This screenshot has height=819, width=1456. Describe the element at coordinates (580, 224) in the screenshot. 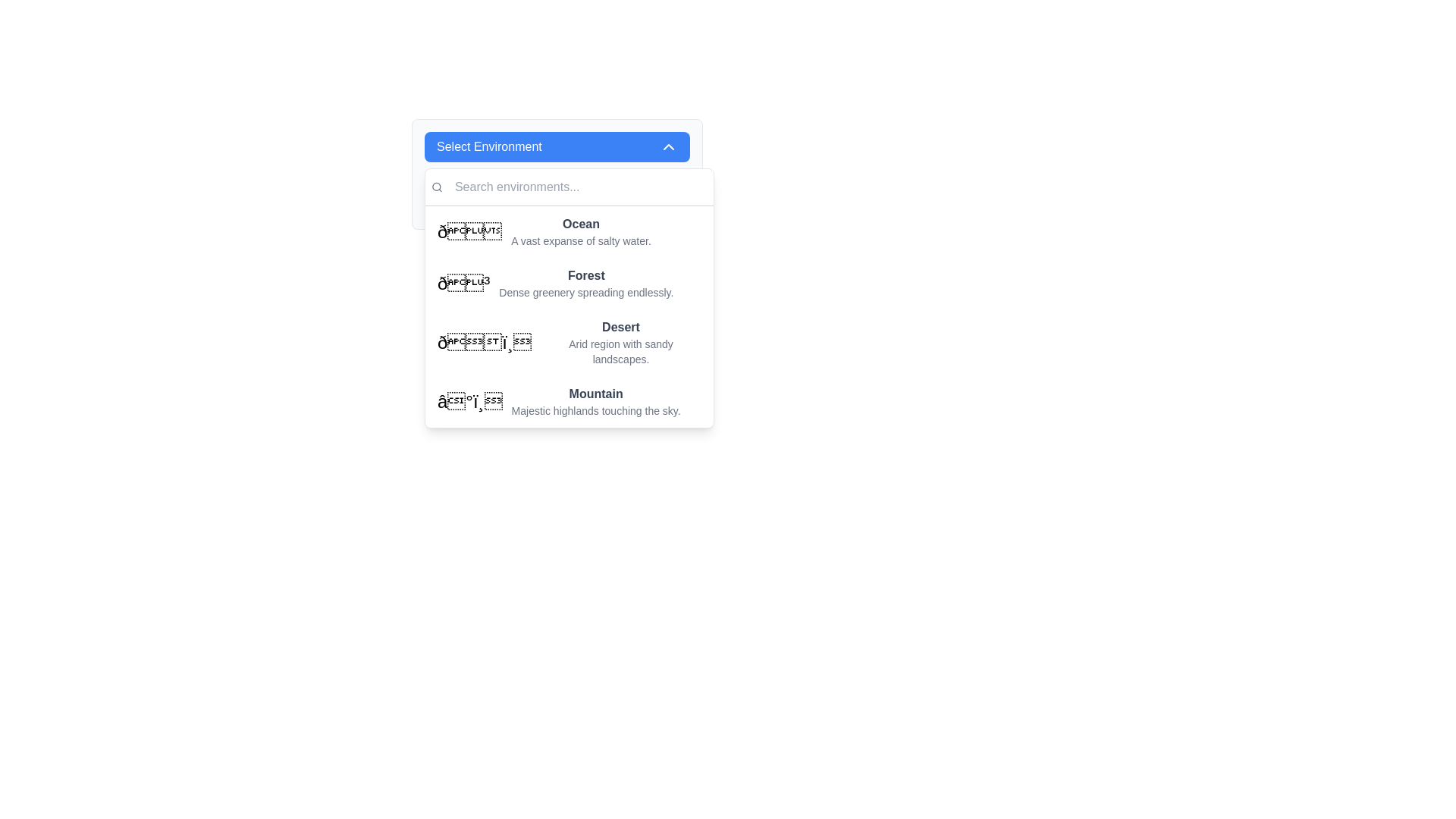

I see `the 'Ocean' text label element, which is the first entry in the list of selectable environments and is displayed in bold gray font` at that location.